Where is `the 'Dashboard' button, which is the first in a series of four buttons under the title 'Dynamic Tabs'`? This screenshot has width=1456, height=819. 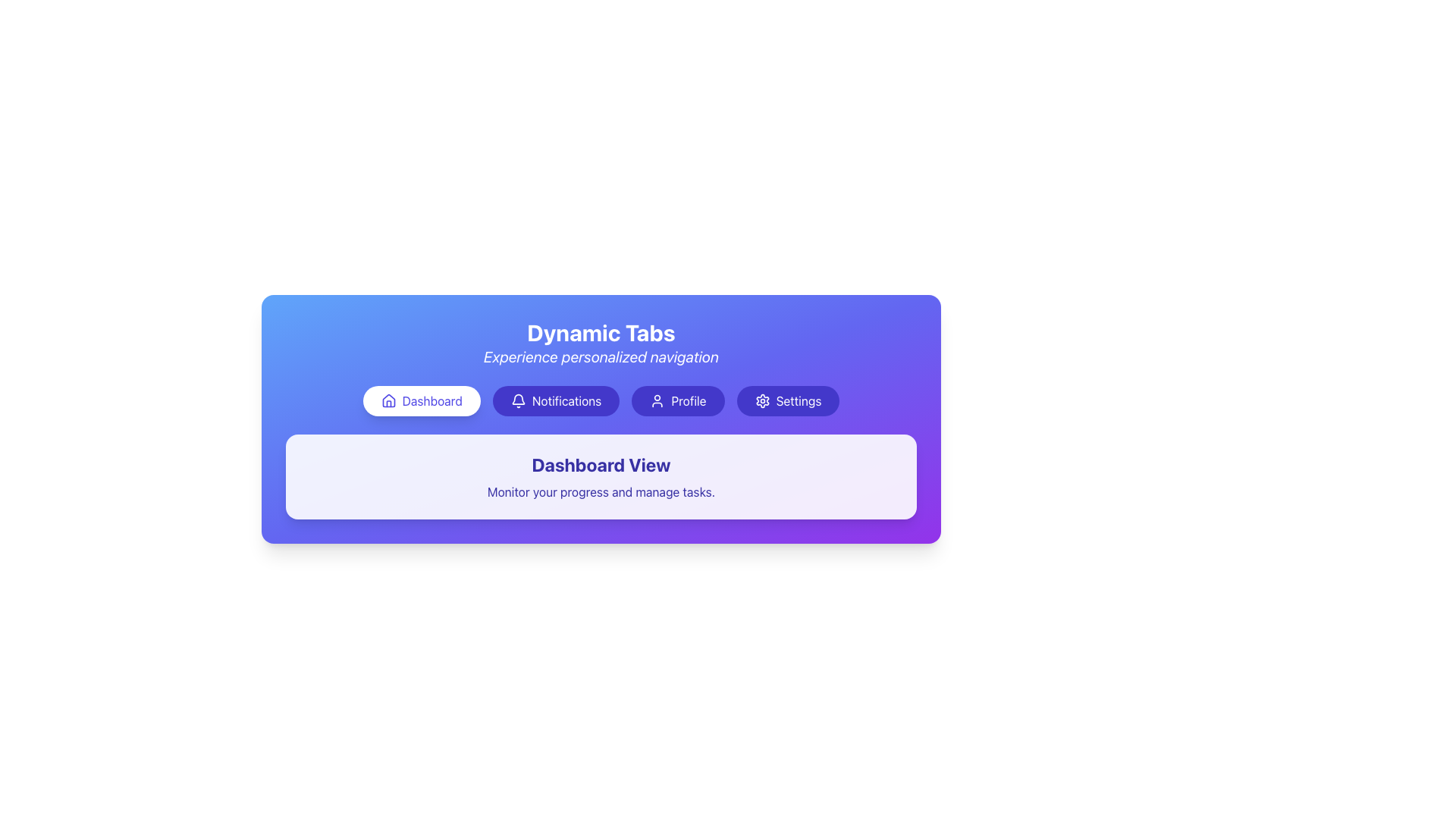 the 'Dashboard' button, which is the first in a series of four buttons under the title 'Dynamic Tabs' is located at coordinates (422, 400).